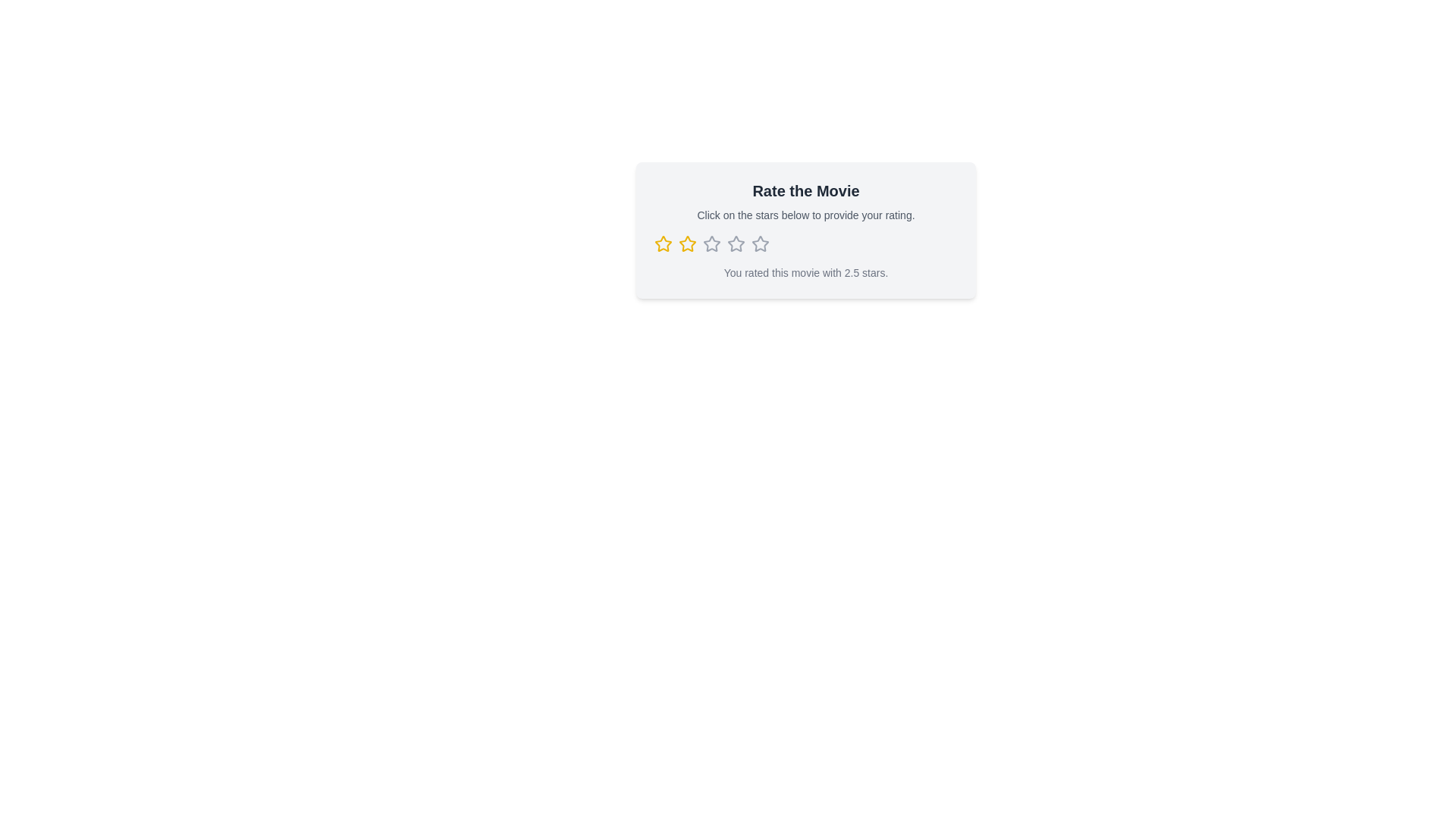 The height and width of the screenshot is (819, 1456). Describe the element at coordinates (736, 243) in the screenshot. I see `the third star in the row of five stars representing a rating component` at that location.